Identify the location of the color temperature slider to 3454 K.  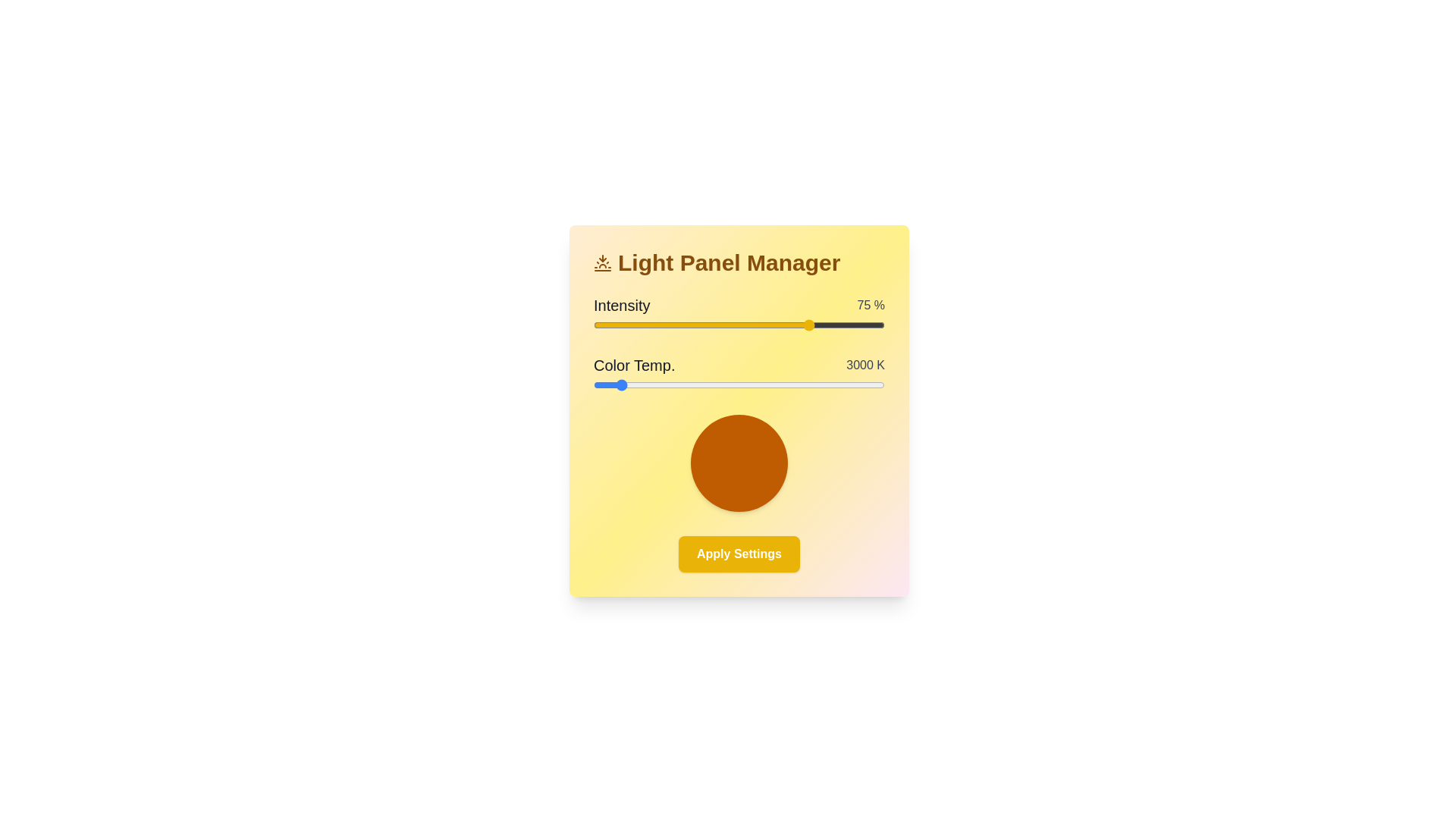
(651, 384).